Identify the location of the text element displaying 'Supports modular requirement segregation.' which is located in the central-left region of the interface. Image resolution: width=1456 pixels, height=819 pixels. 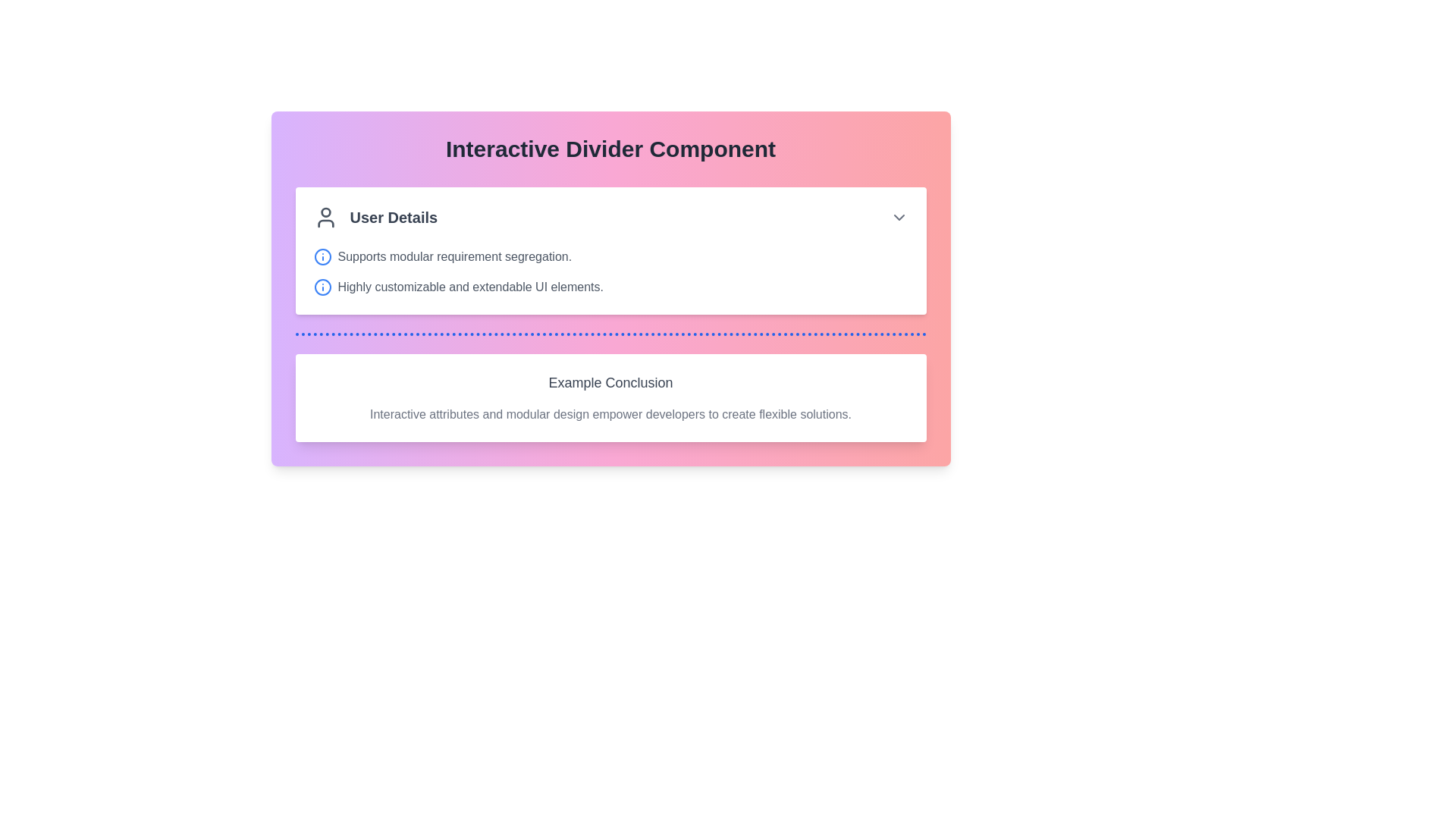
(453, 256).